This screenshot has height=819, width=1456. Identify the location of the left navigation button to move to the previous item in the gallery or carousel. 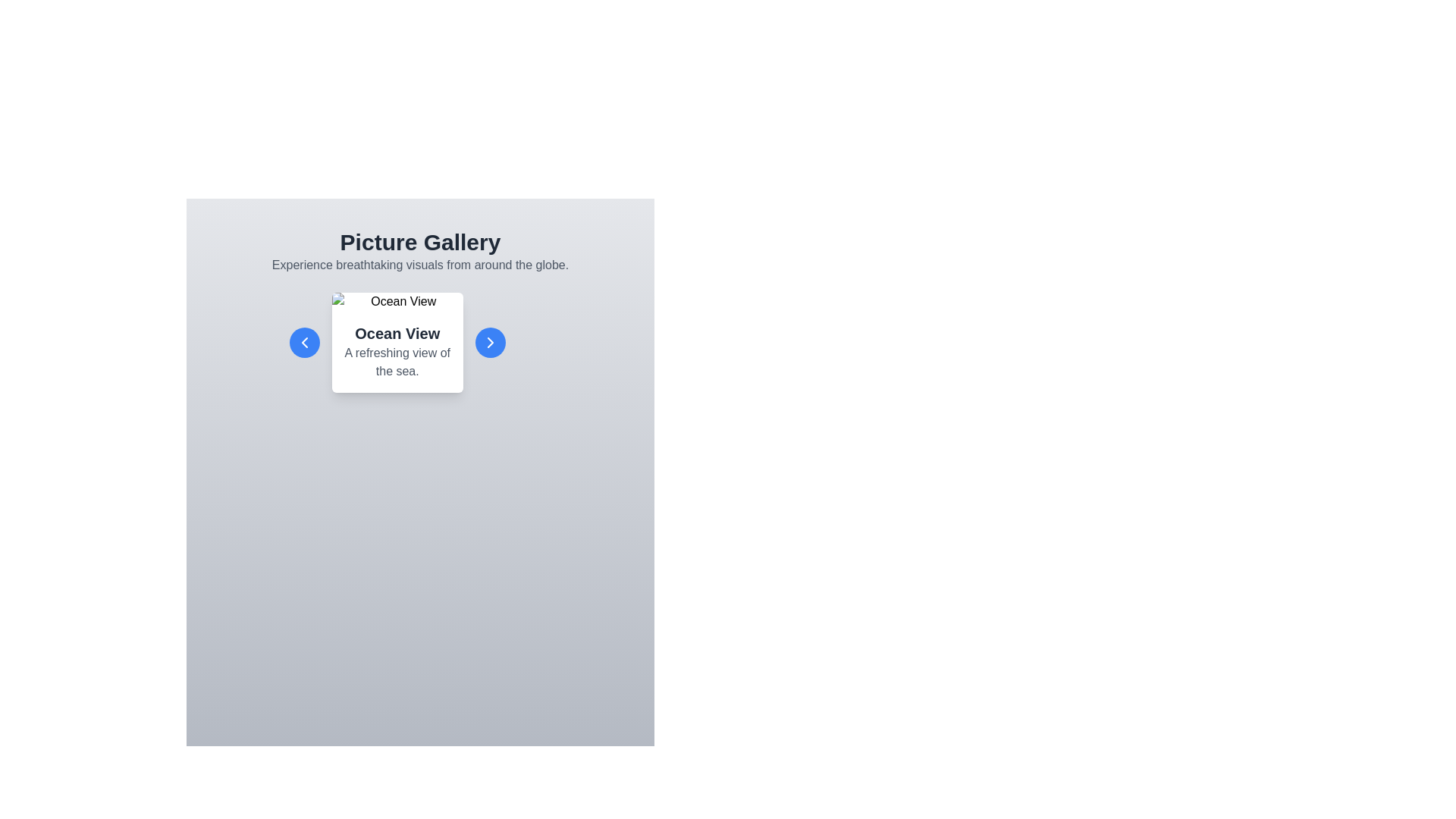
(304, 342).